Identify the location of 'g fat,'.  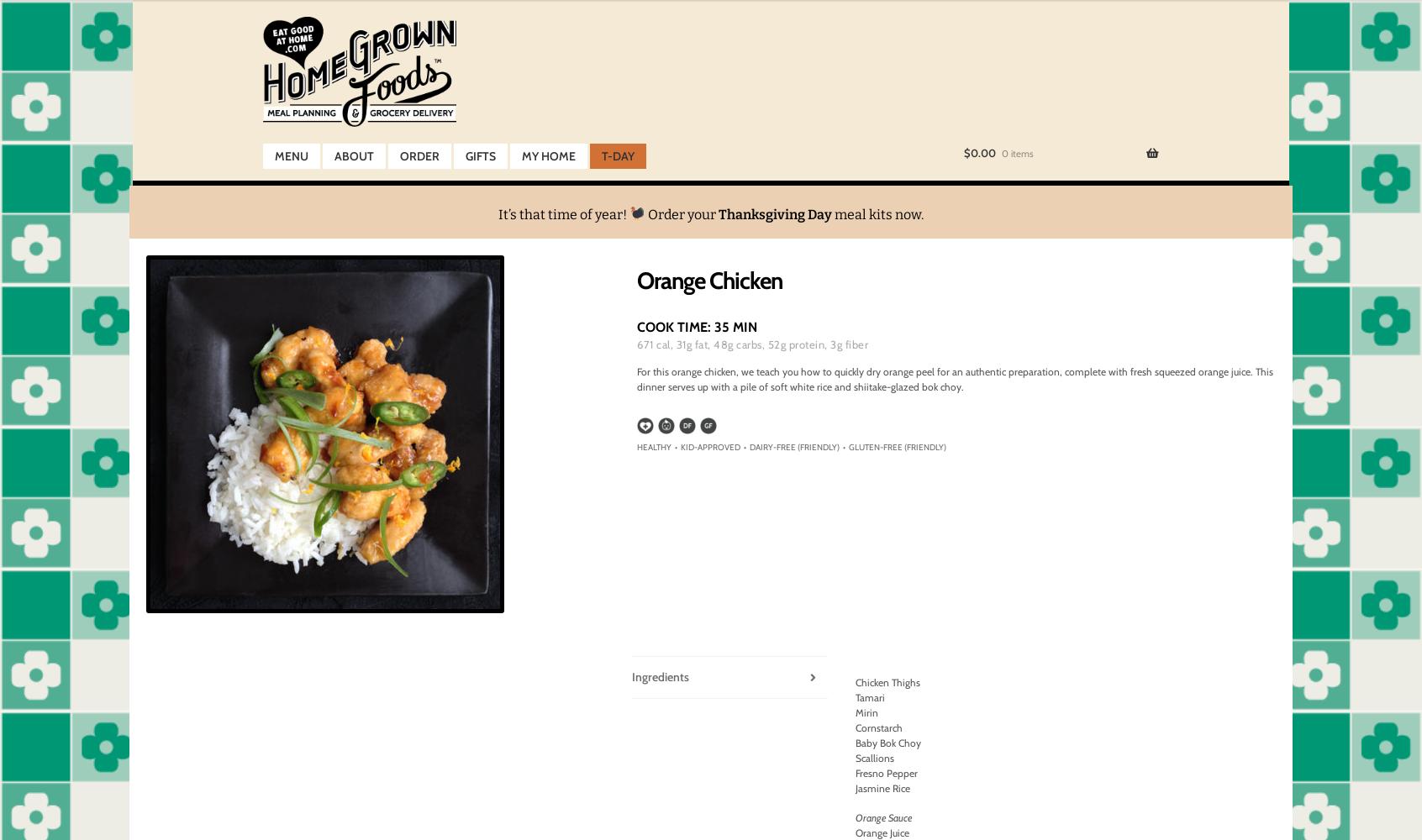
(686, 344).